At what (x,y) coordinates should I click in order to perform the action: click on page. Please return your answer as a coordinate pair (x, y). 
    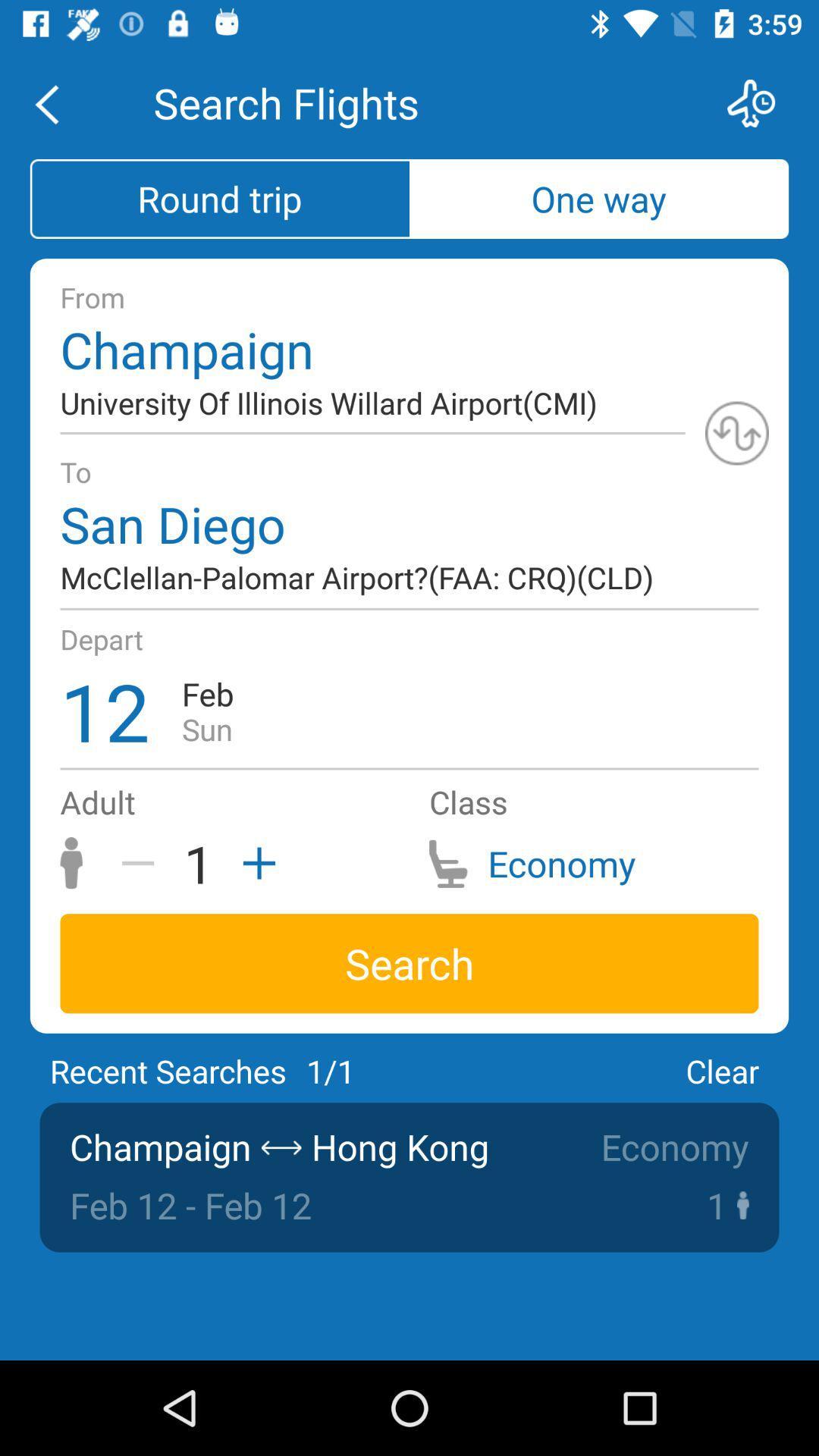
    Looking at the image, I should click on (736, 432).